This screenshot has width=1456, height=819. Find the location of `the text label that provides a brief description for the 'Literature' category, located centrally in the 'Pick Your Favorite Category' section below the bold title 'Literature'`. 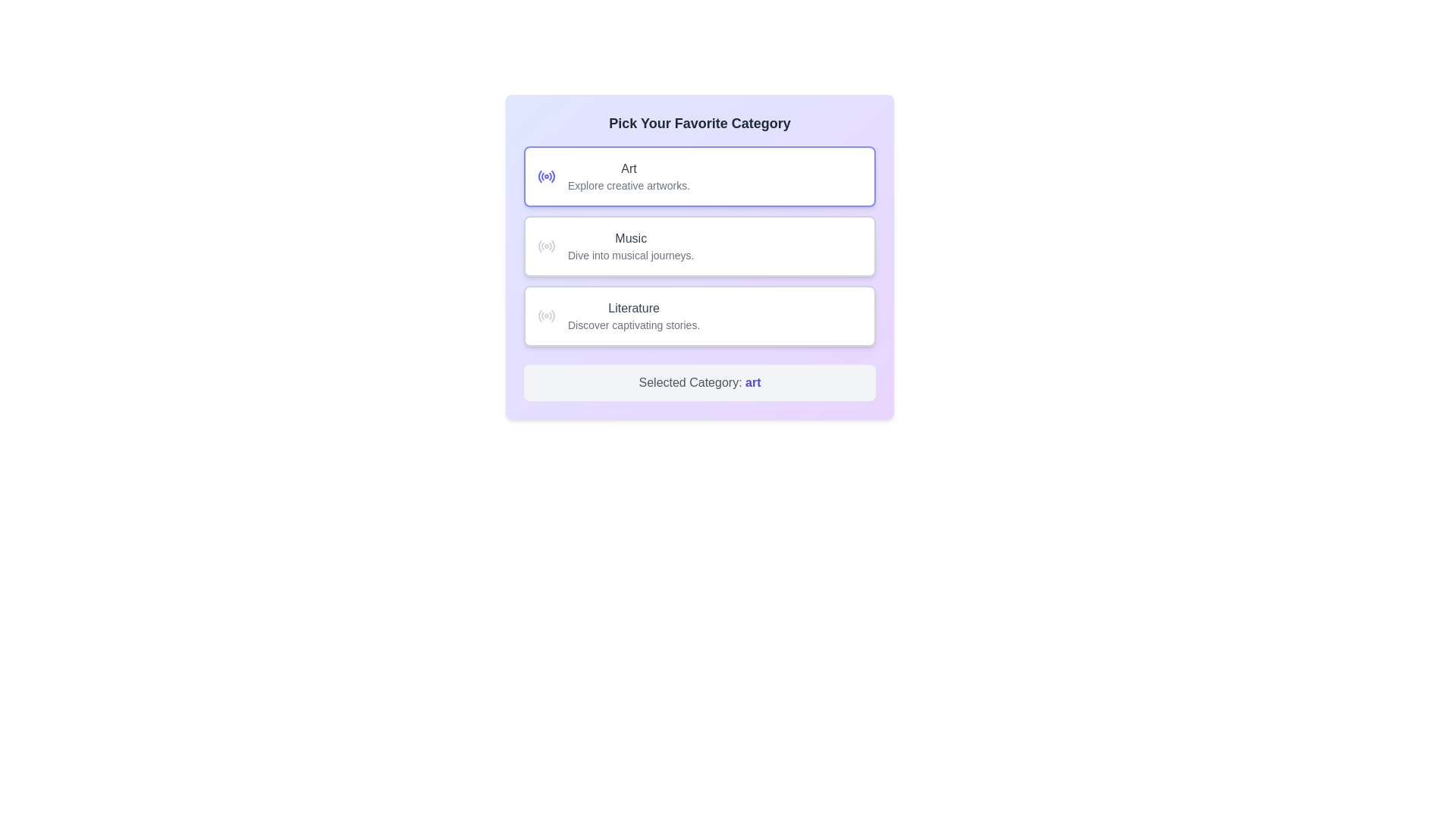

the text label that provides a brief description for the 'Literature' category, located centrally in the 'Pick Your Favorite Category' section below the bold title 'Literature' is located at coordinates (634, 324).